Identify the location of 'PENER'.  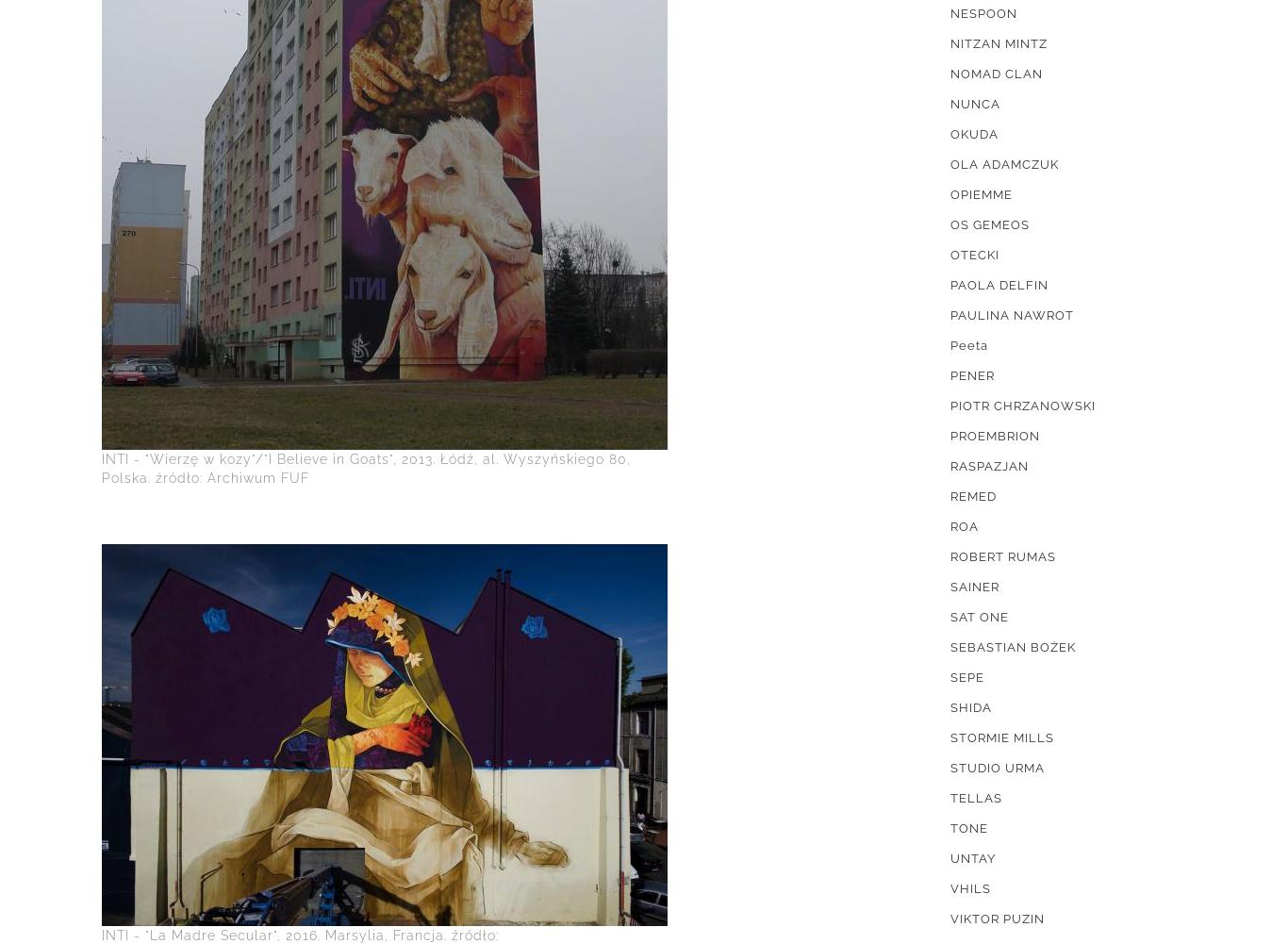
(971, 374).